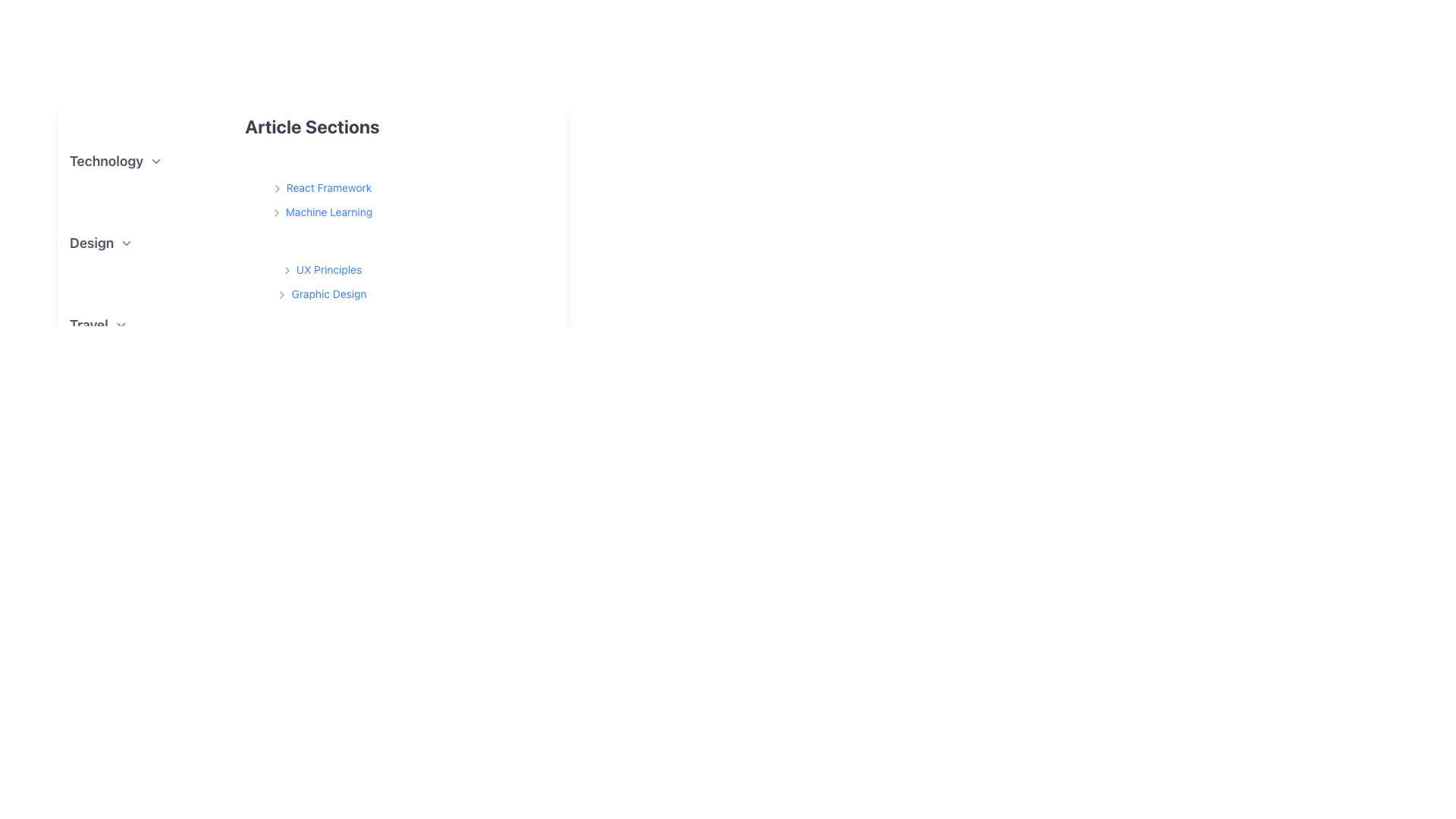 Image resolution: width=1456 pixels, height=819 pixels. I want to click on the downward-pointing gray chevron icon located to the right of the 'Travel' label, so click(120, 324).